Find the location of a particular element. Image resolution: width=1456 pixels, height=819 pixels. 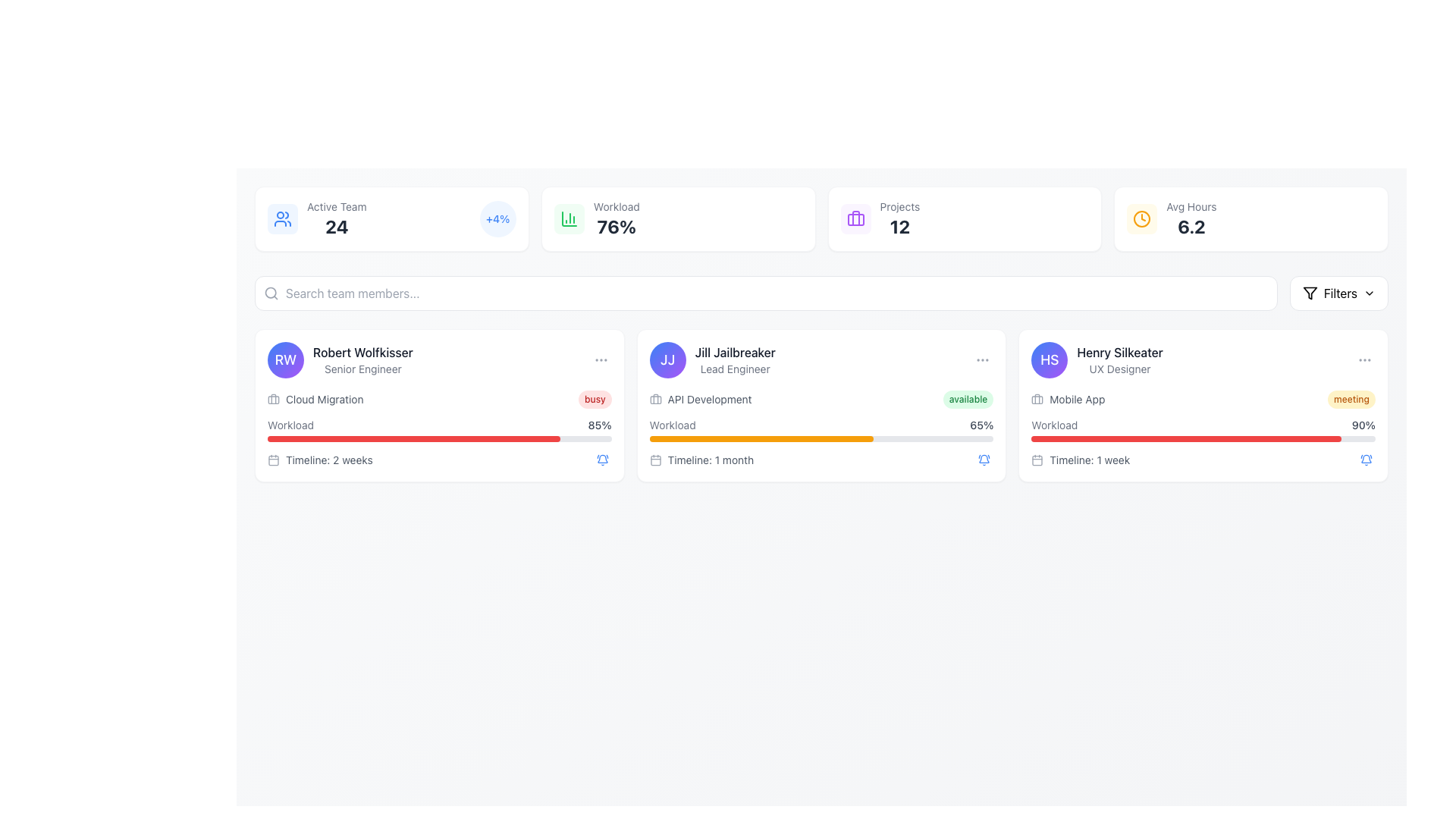

the graphical icon (profile avatar) representing user 'Henry Silkeater', located in the top-left corner of the user information group is located at coordinates (1049, 359).